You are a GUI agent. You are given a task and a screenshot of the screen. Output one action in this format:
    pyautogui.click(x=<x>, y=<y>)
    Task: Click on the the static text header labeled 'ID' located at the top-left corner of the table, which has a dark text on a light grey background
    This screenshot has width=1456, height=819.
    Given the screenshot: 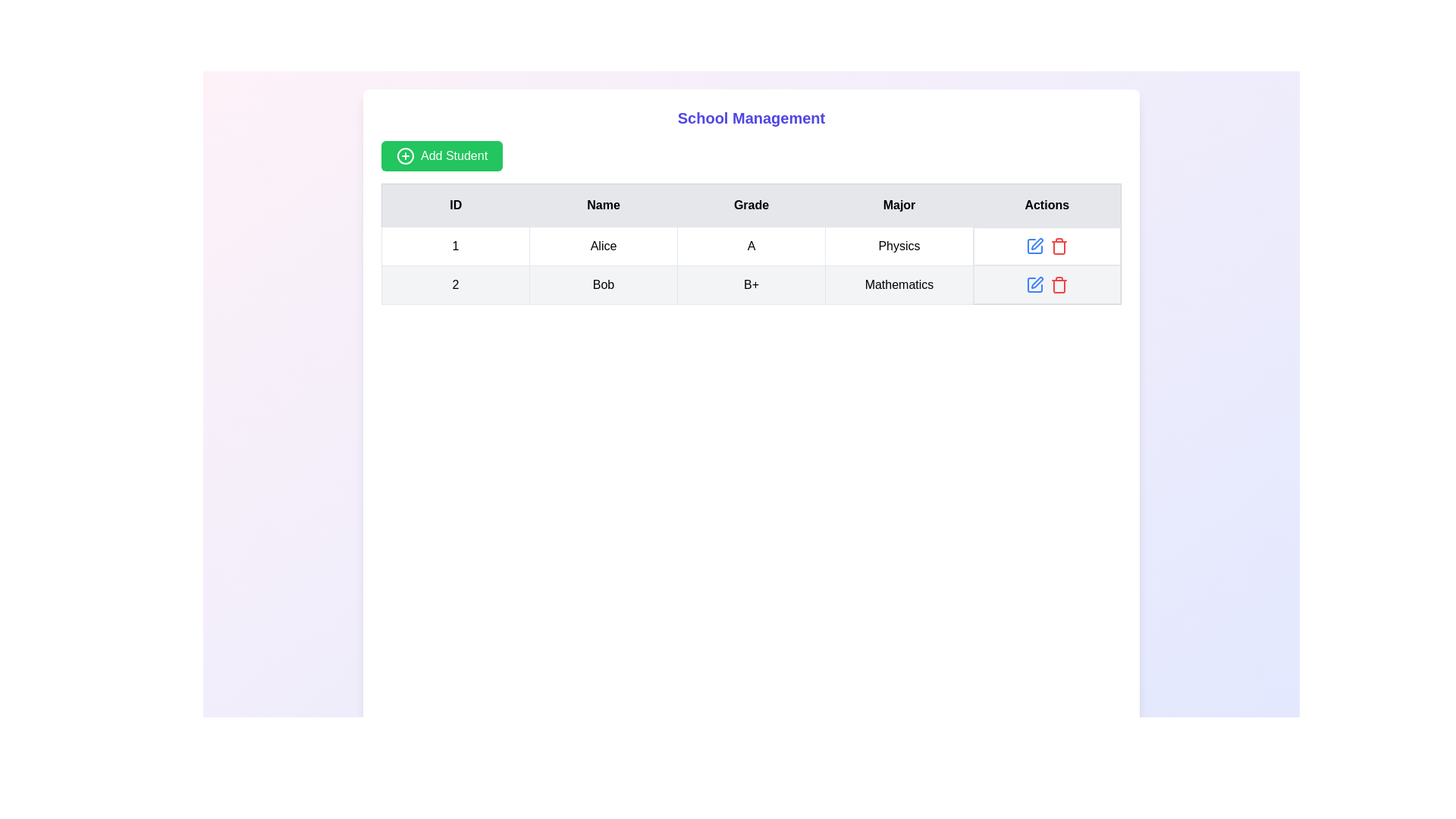 What is the action you would take?
    pyautogui.click(x=454, y=205)
    